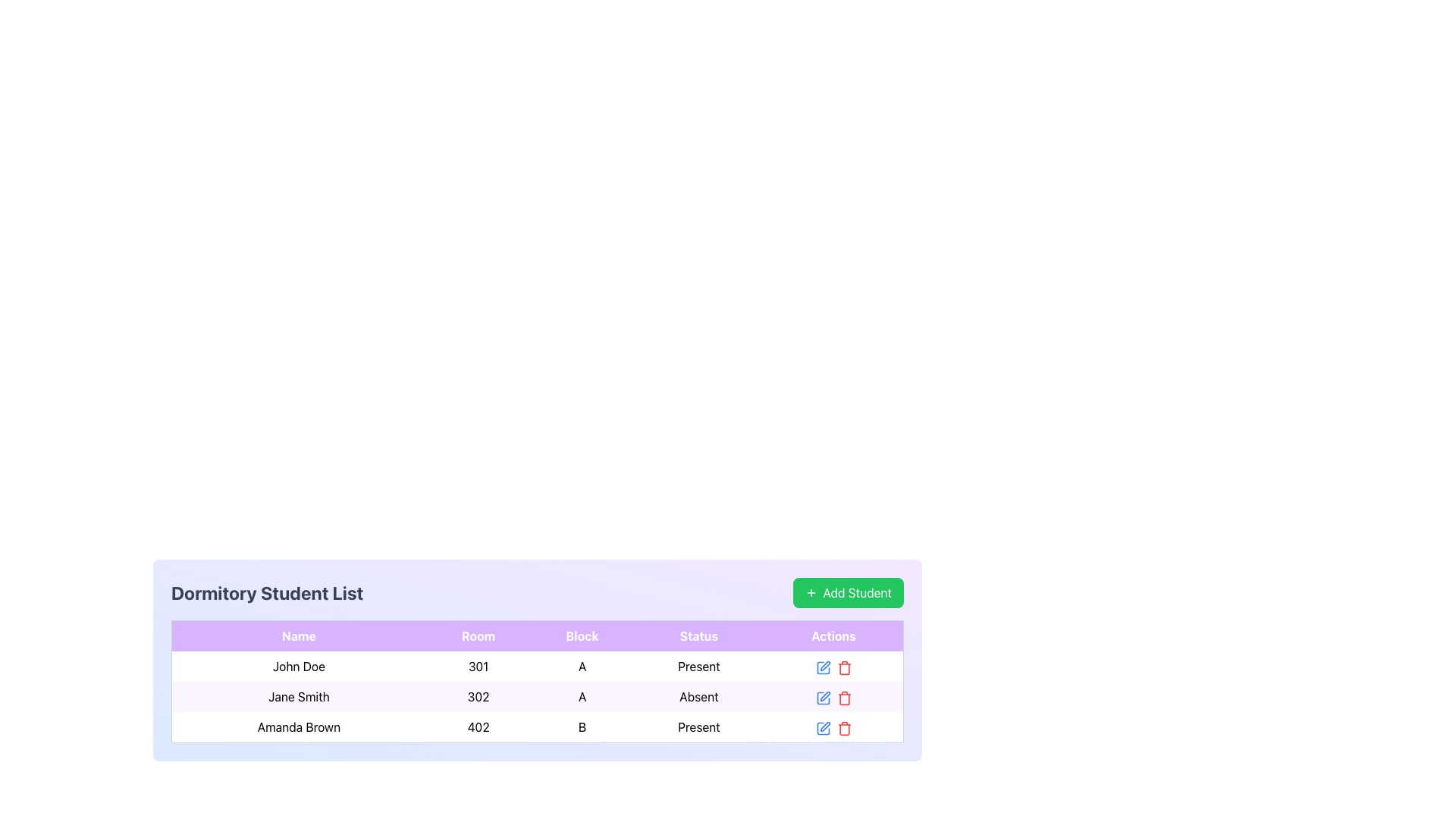 This screenshot has width=1456, height=819. I want to click on the edit icon in the 'Actions' column of the last row for 'Amanda Brown' to initiate the edit functionality, so click(822, 667).